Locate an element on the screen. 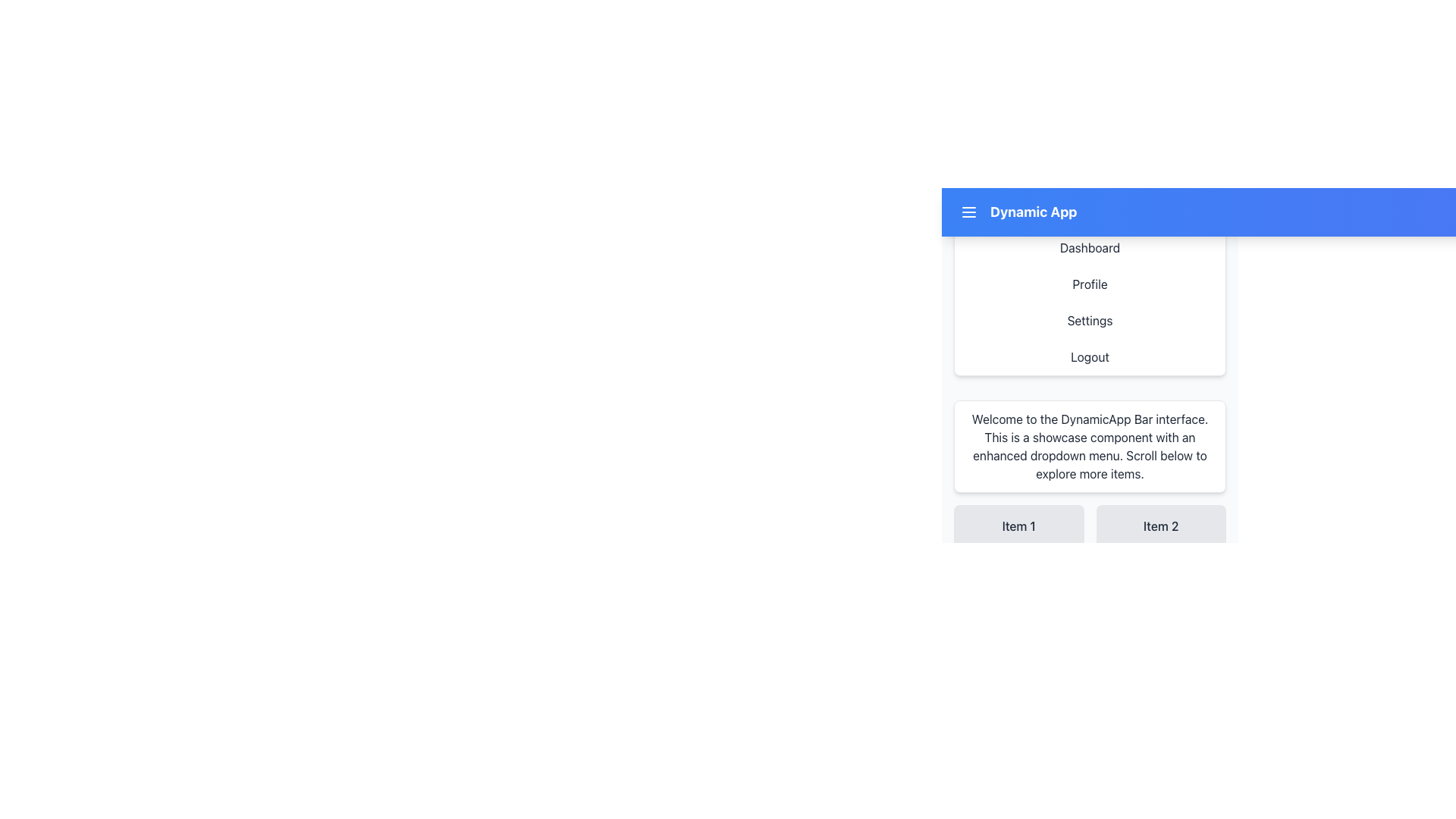  the text label 'Dynamic App' displayed in bold white font on a vibrant blue background, located in the header bar at the top center of the interface is located at coordinates (1015, 212).